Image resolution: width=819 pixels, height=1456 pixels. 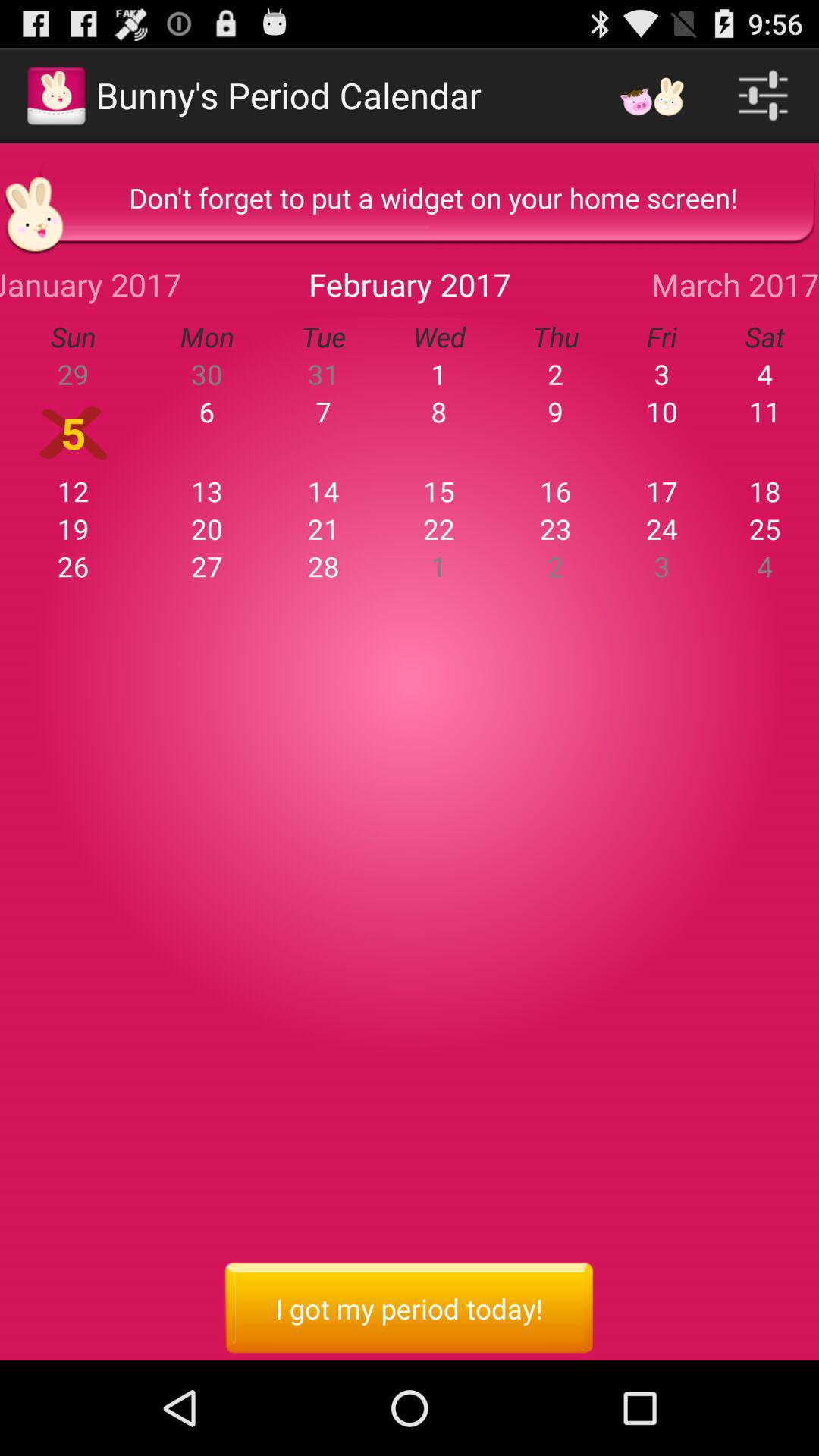 What do you see at coordinates (556, 529) in the screenshot?
I see `item next to the 17 item` at bounding box center [556, 529].